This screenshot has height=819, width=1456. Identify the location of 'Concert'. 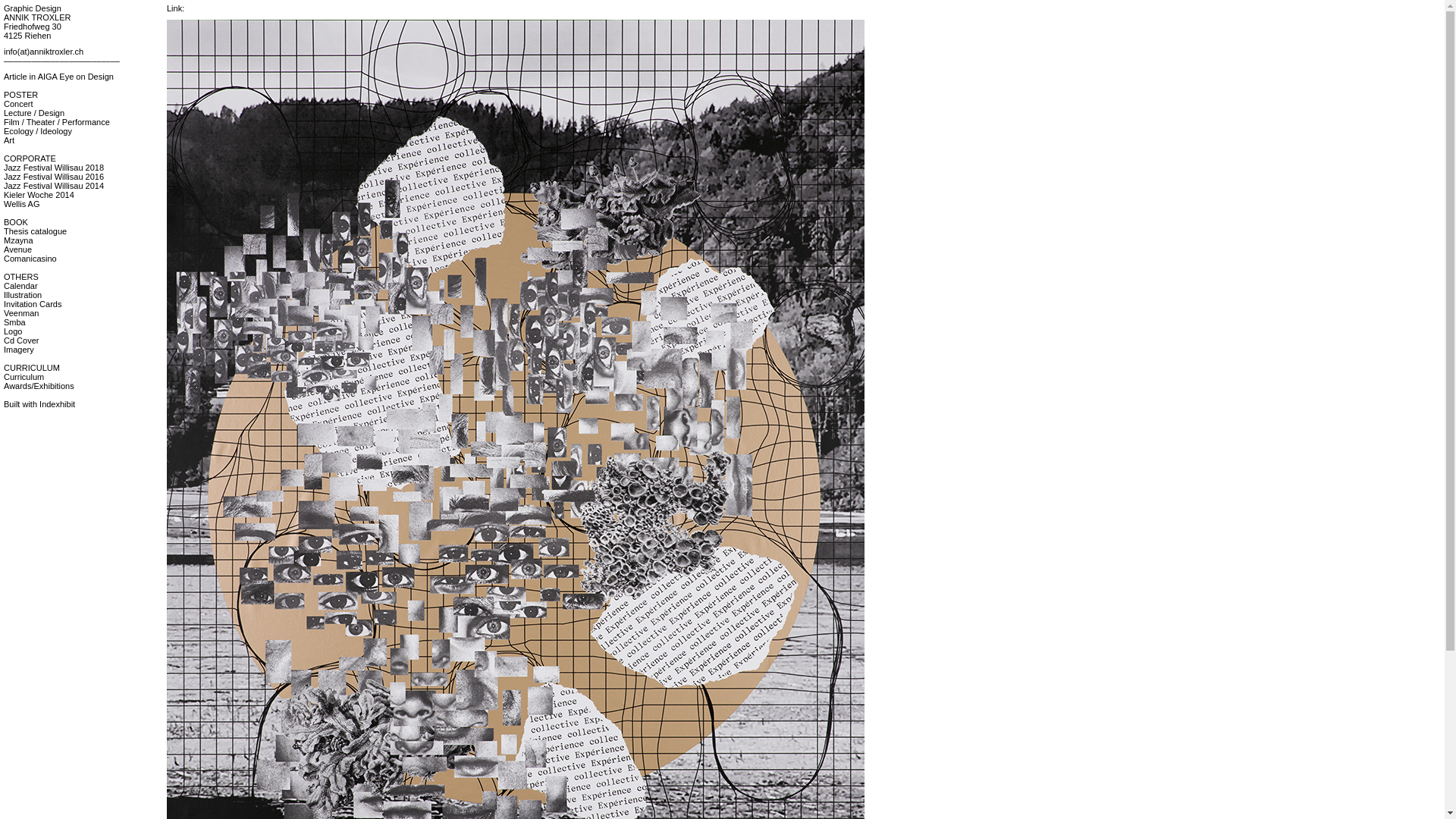
(18, 103).